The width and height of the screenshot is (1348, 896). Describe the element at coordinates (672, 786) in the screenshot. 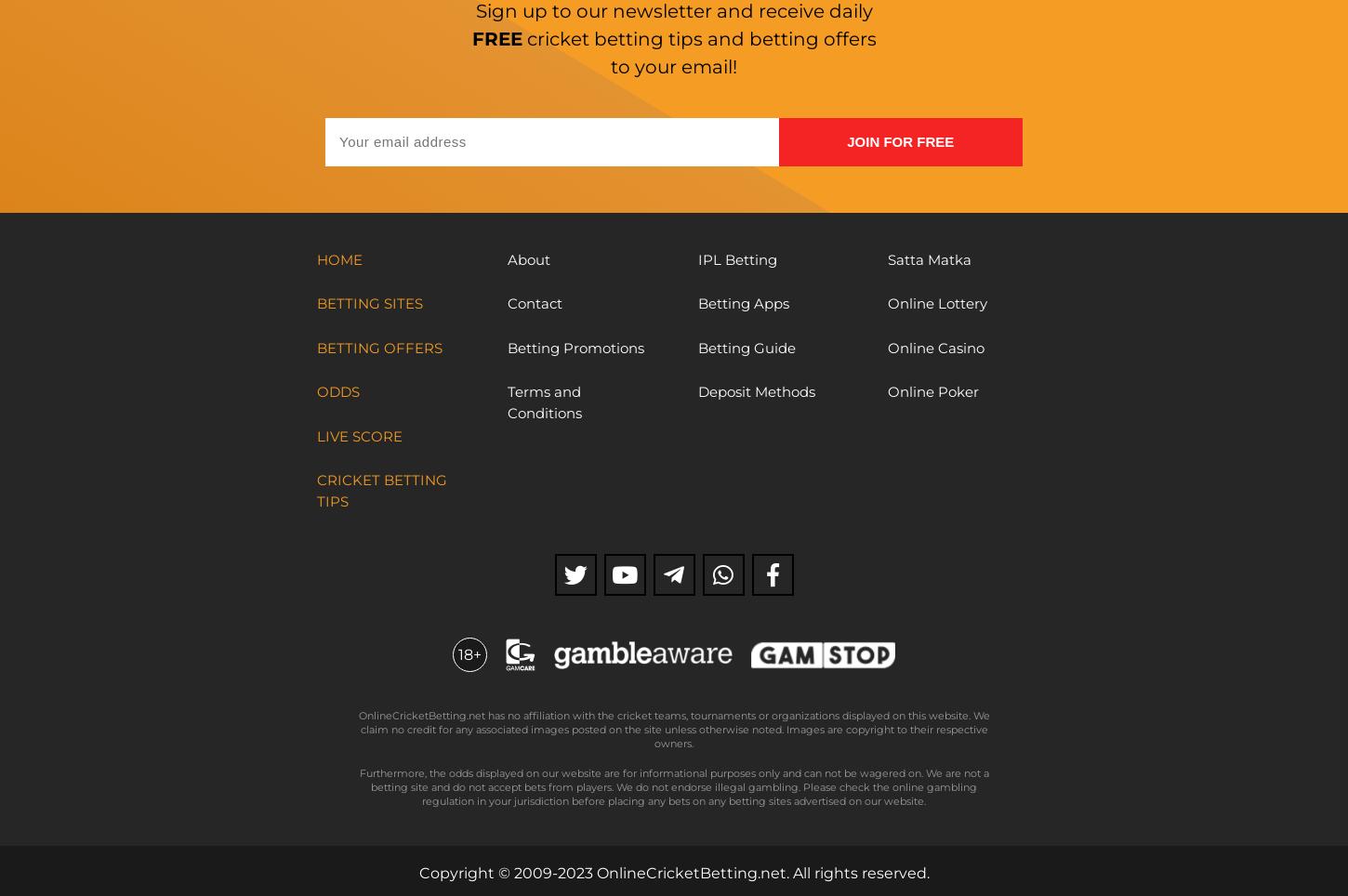

I see `'Furthermore, the odds displayed on our website are for informational purposes only and can not be wagered on. We are not a betting site and do not accept bets from players. We do not endorse illegal gambling. Please check the online gambling regulation in your jurisdiction before placing any bets on any betting sites advertised on our website.'` at that location.